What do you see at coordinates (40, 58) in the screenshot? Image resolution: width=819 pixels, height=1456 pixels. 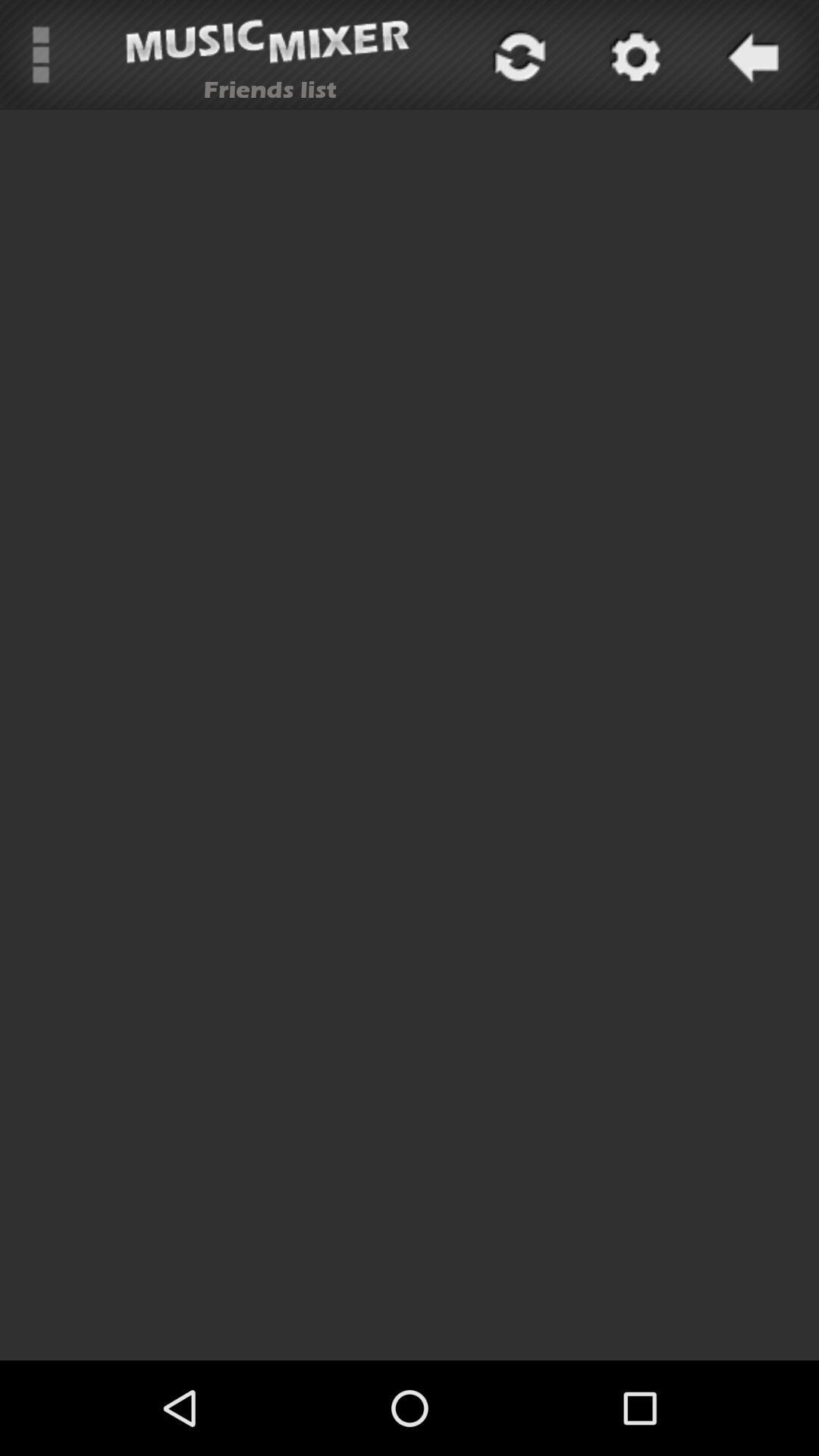 I see `the more icon` at bounding box center [40, 58].